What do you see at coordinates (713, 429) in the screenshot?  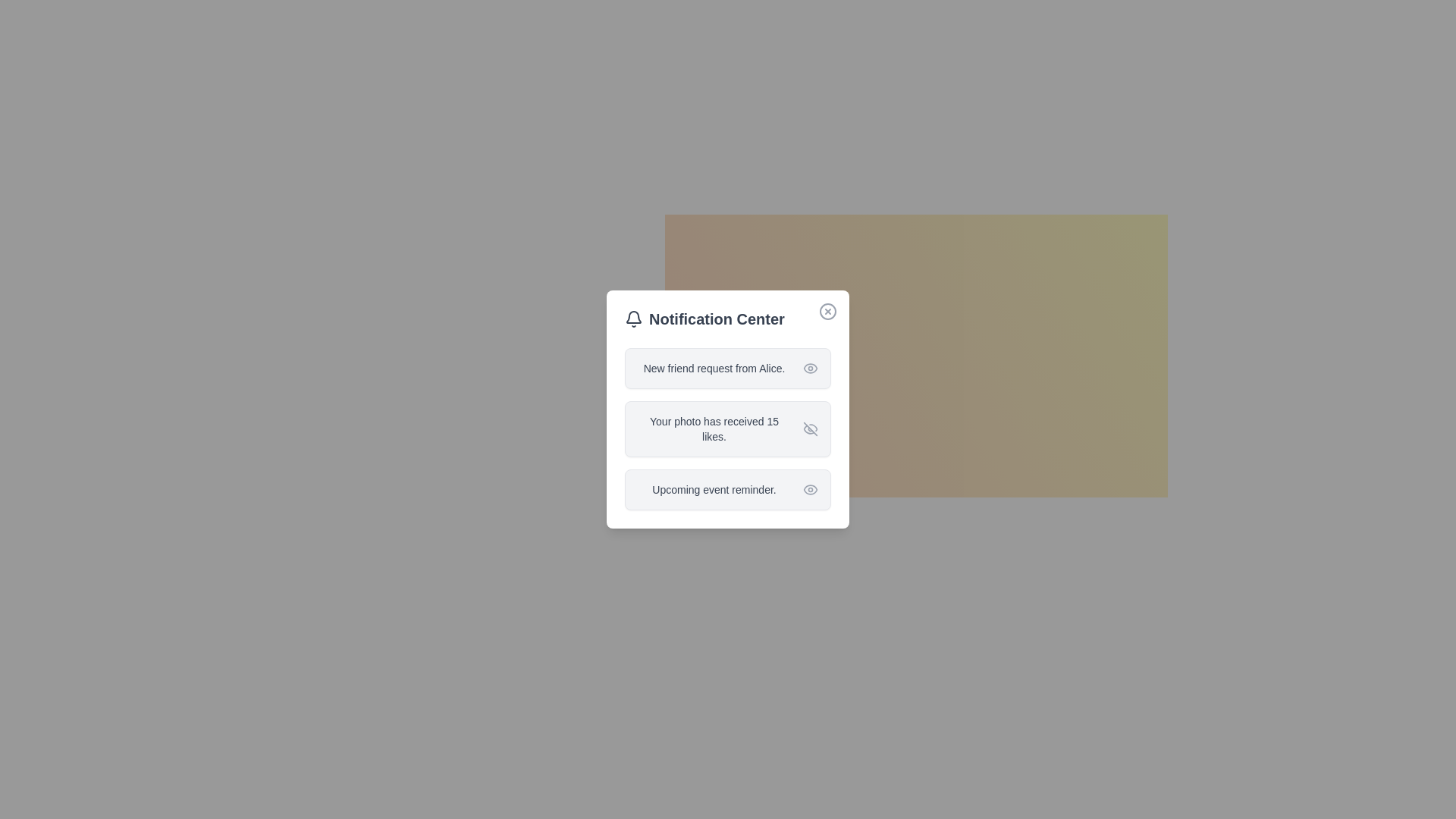 I see `the text label stating 'Your photo has received 15 likes.' which is located in the second notification card in the notification panel` at bounding box center [713, 429].